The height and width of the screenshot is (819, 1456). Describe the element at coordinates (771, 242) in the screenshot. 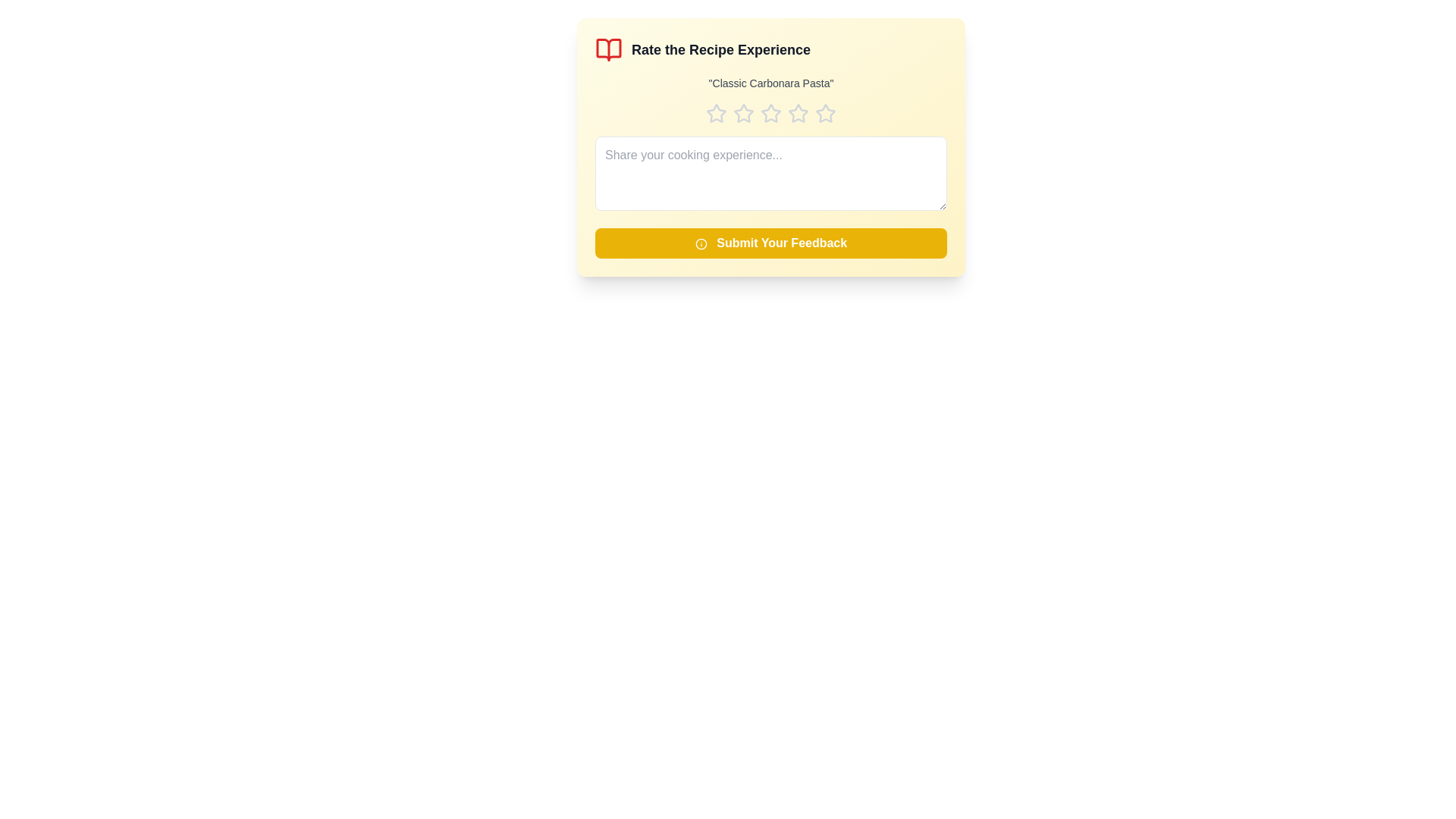

I see `'Submit Your Feedback' button to submit the feedback` at that location.